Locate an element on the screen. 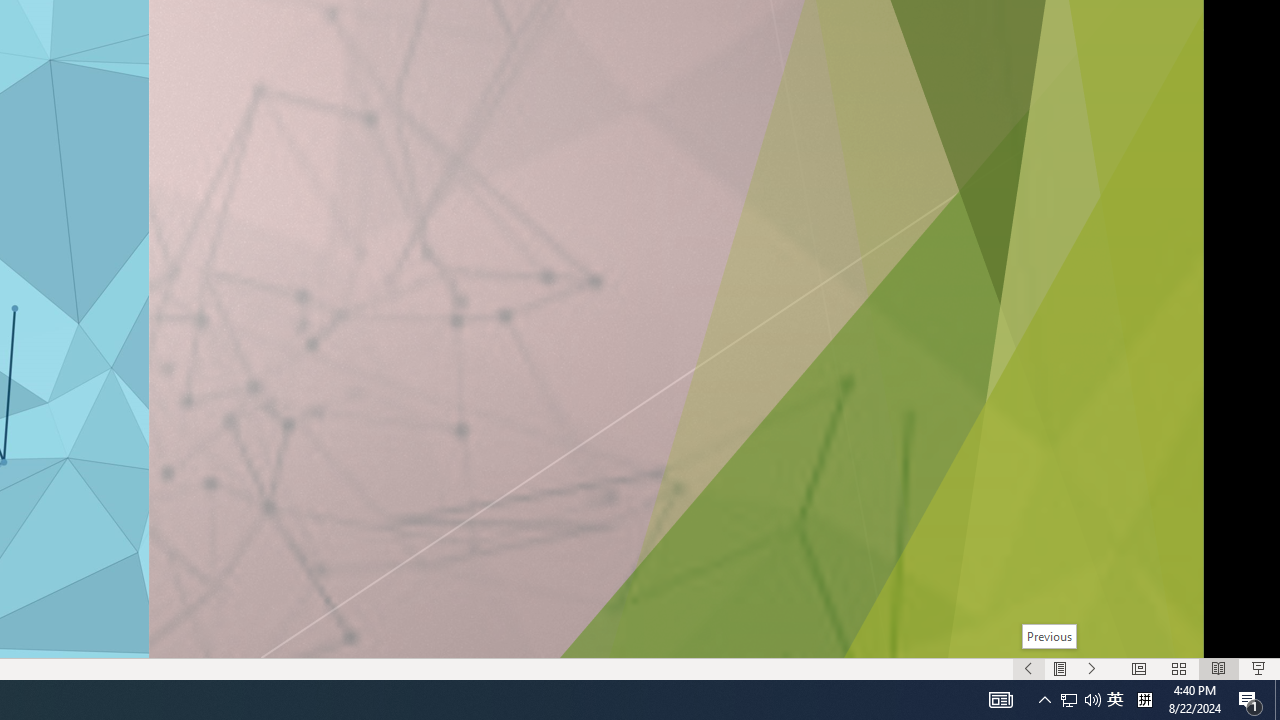 The height and width of the screenshot is (720, 1280). 'Menu On' is located at coordinates (1059, 669).